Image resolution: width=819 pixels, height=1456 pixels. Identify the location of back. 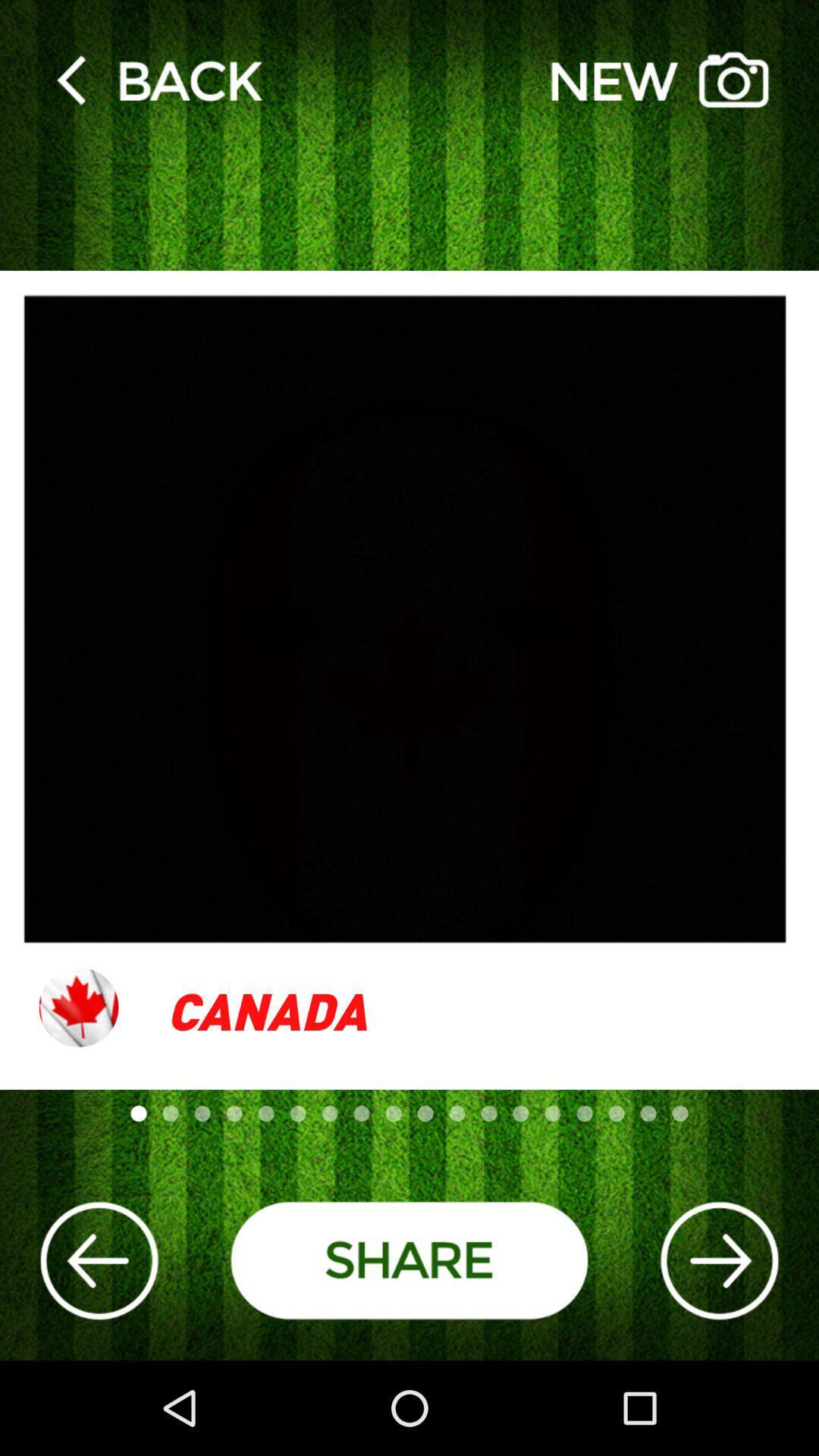
(158, 79).